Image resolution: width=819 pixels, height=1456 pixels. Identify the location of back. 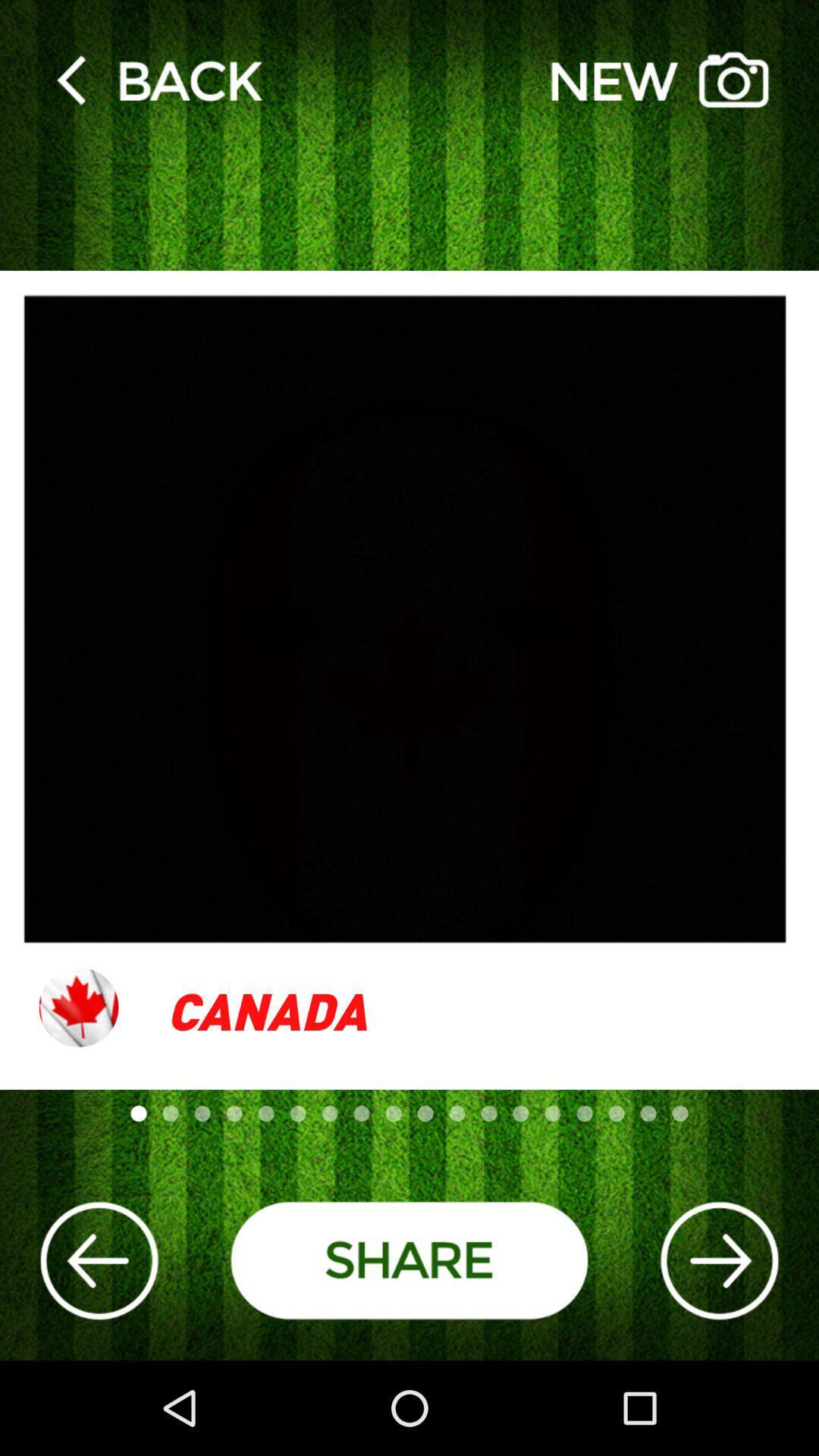
(158, 79).